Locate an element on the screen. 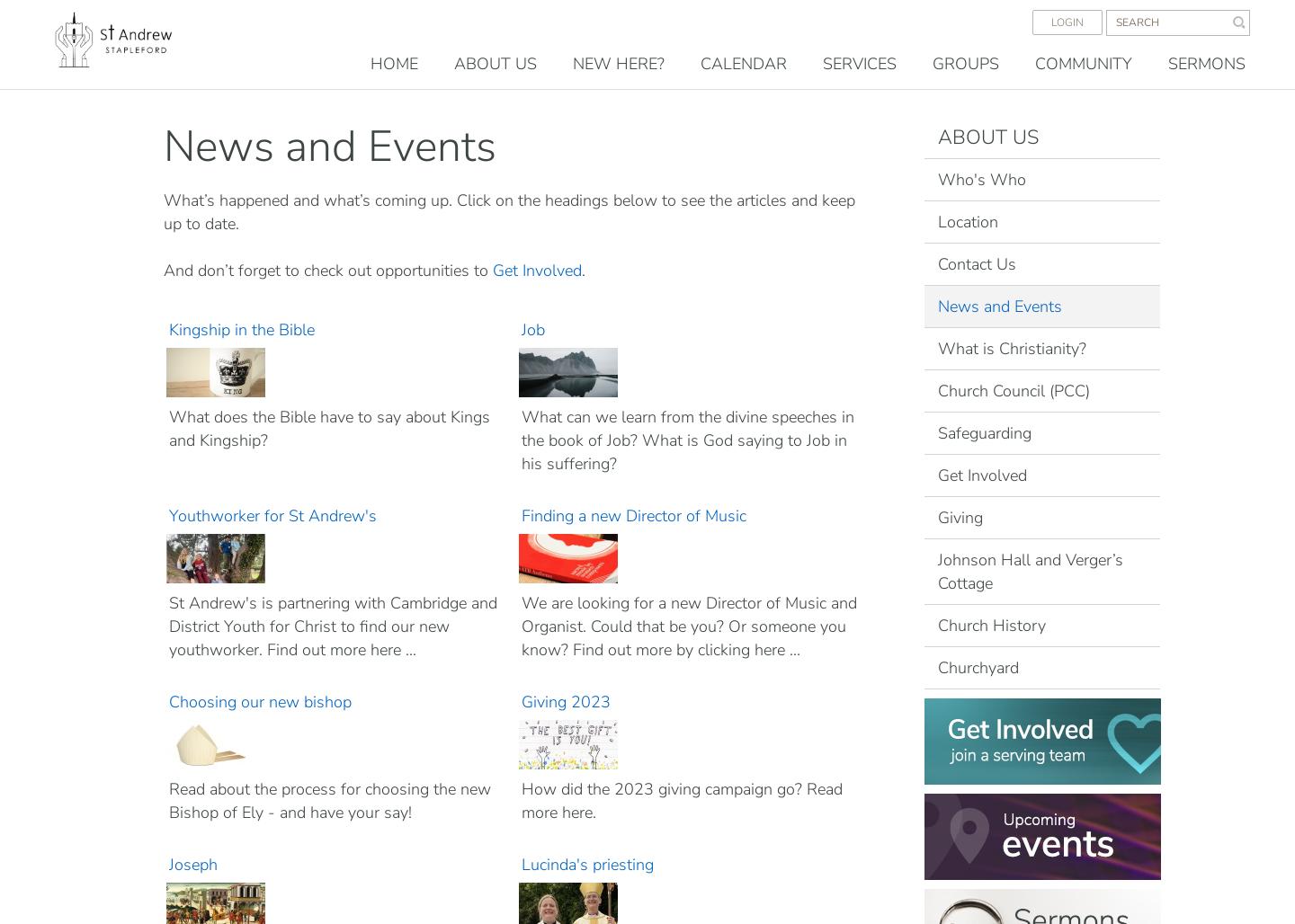 The image size is (1295, 924). 'LOGIN' is located at coordinates (1067, 22).